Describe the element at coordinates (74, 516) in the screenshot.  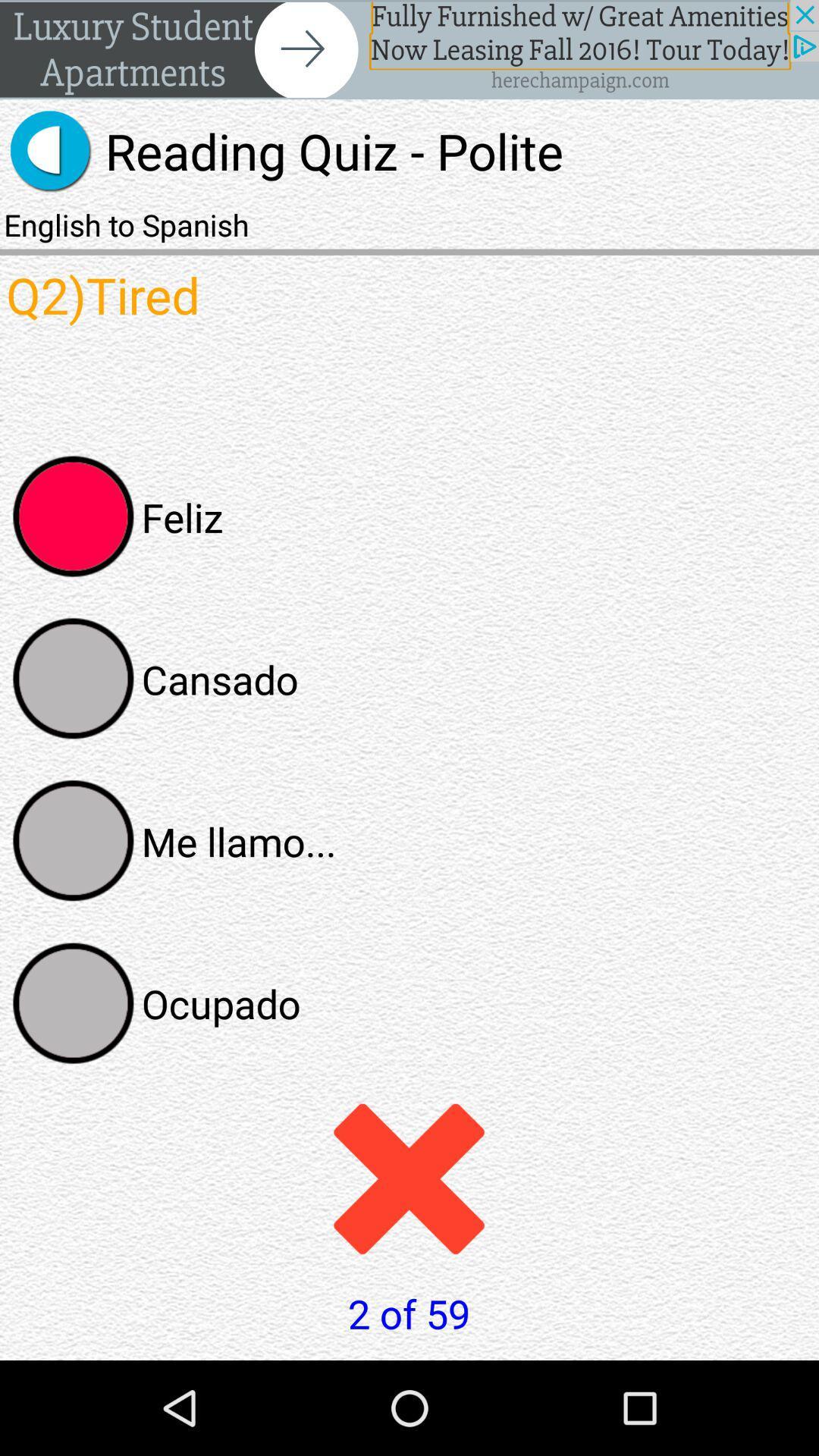
I see `feliz` at that location.